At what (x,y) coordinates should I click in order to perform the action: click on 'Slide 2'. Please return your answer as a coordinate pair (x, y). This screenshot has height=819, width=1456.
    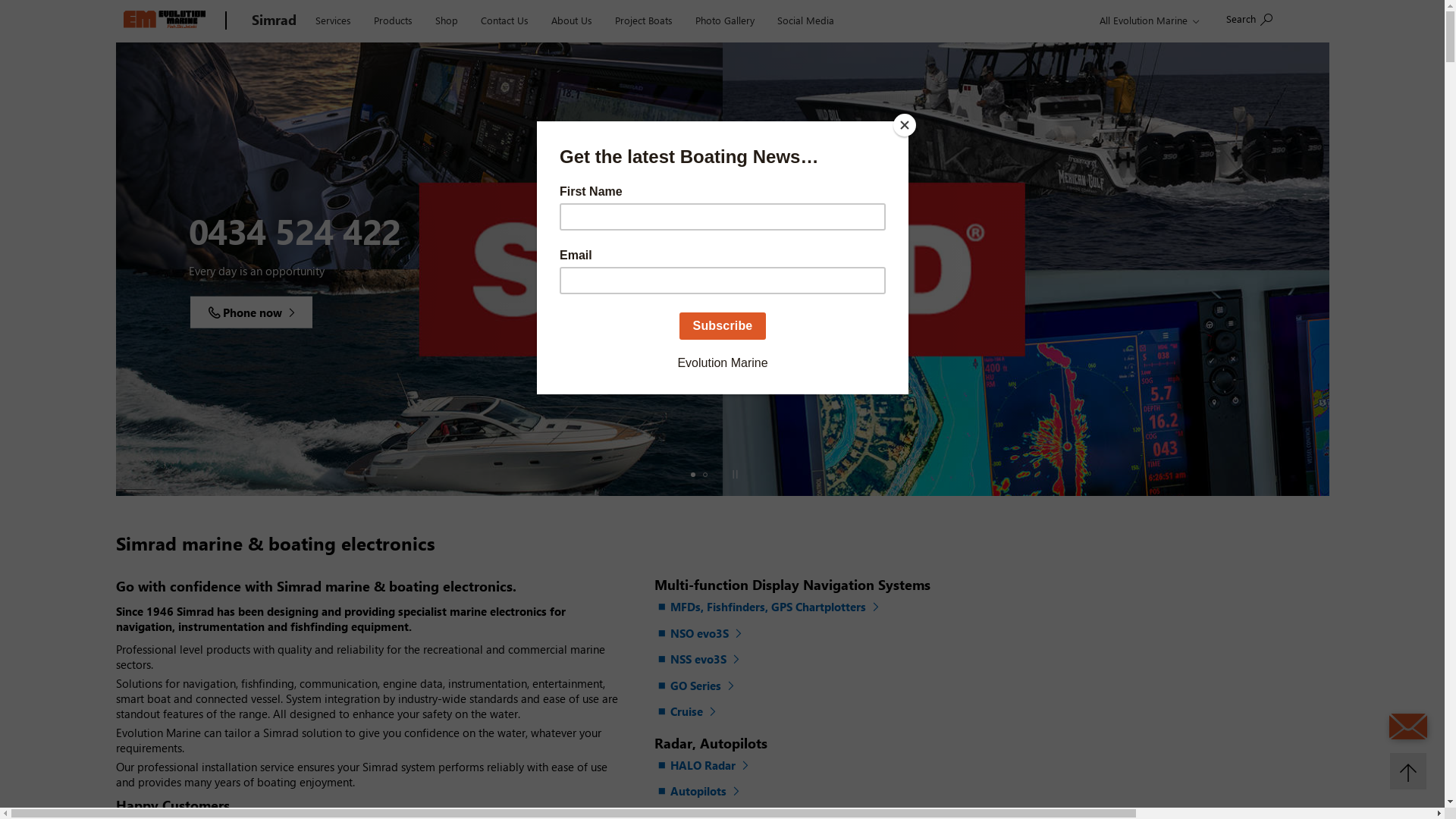
    Looking at the image, I should click on (704, 473).